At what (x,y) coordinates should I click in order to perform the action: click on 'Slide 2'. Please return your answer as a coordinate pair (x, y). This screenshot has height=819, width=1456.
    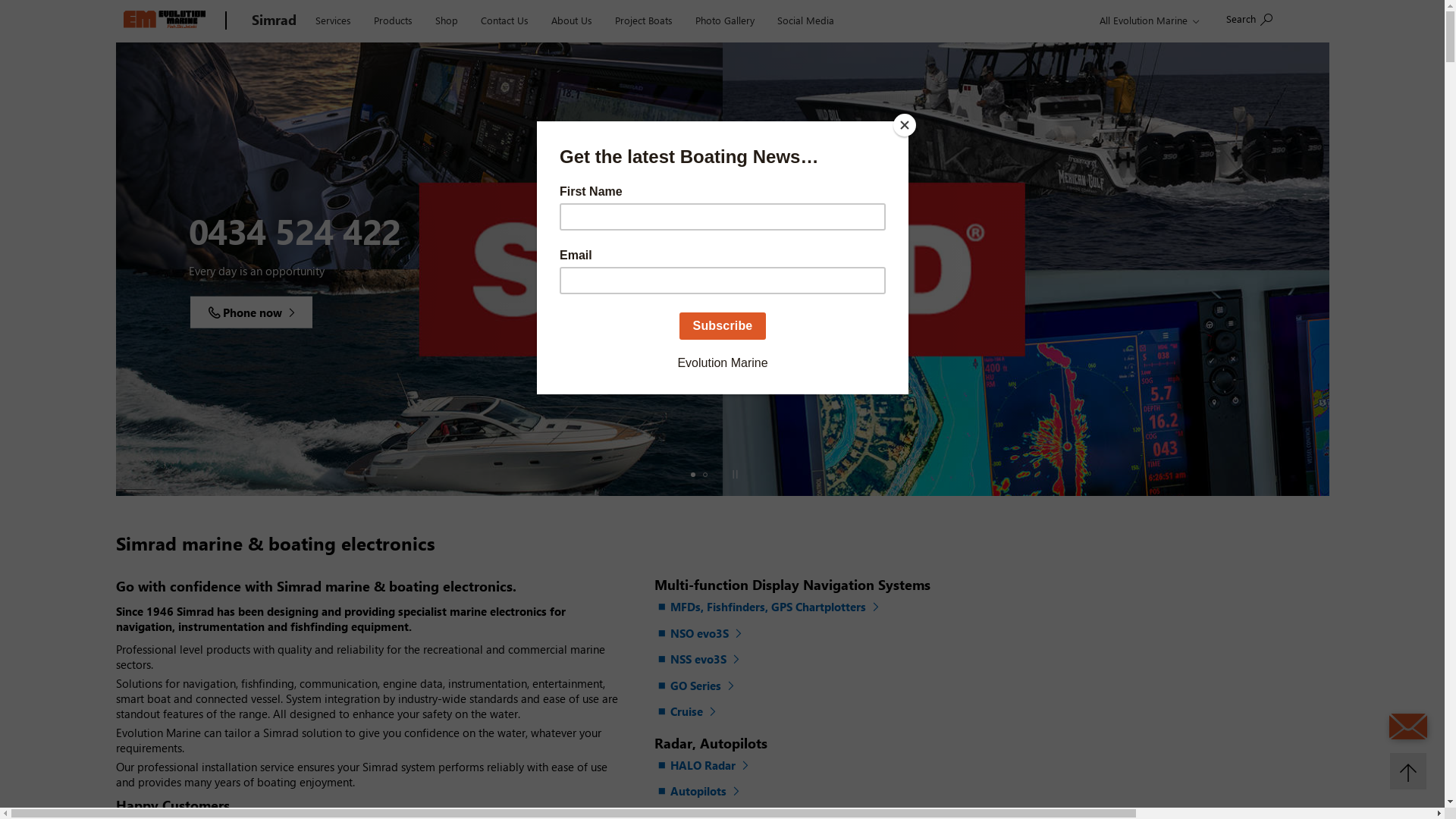
    Looking at the image, I should click on (704, 473).